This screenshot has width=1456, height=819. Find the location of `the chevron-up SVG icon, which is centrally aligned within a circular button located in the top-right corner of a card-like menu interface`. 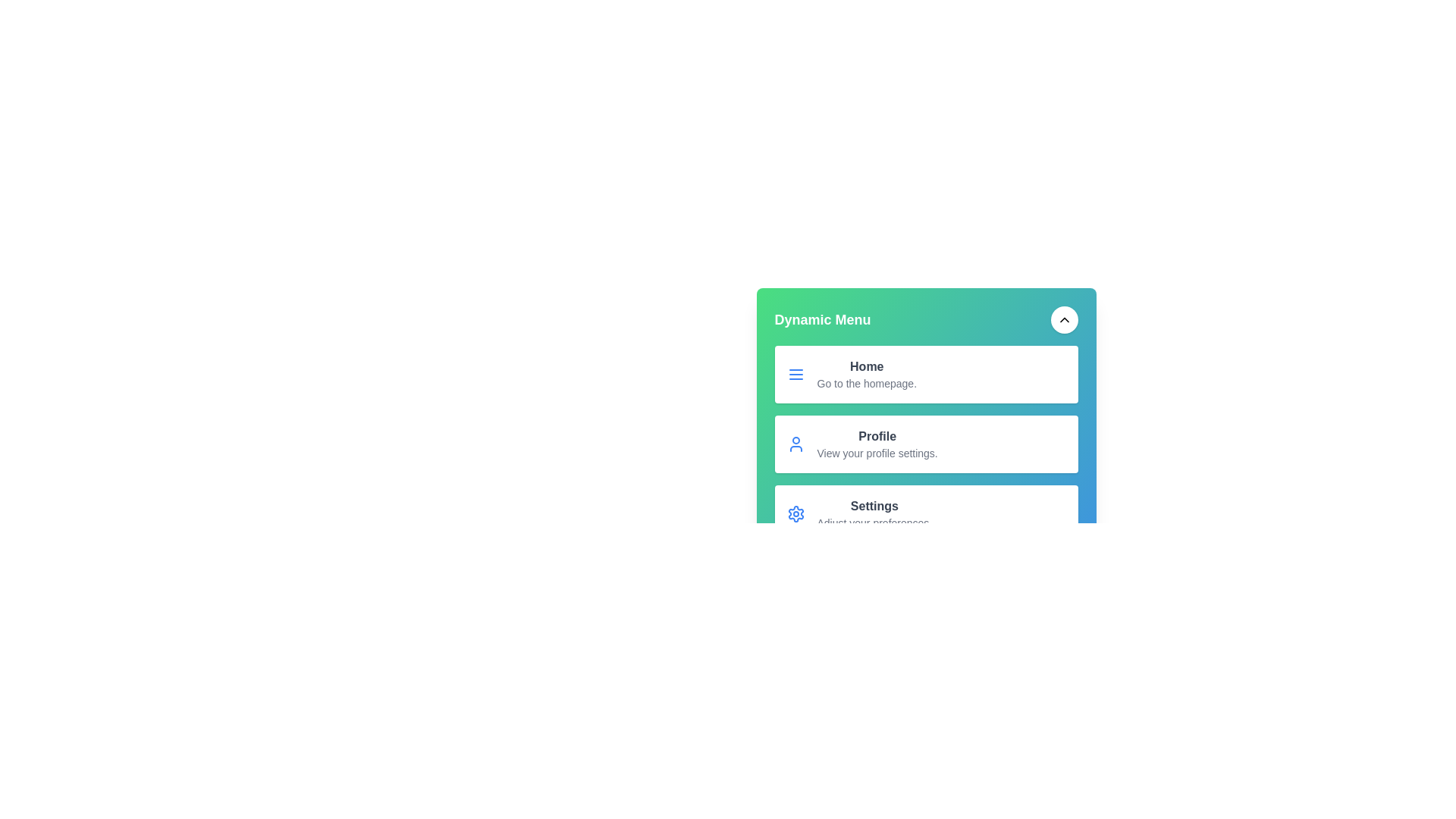

the chevron-up SVG icon, which is centrally aligned within a circular button located in the top-right corner of a card-like menu interface is located at coordinates (1063, 318).